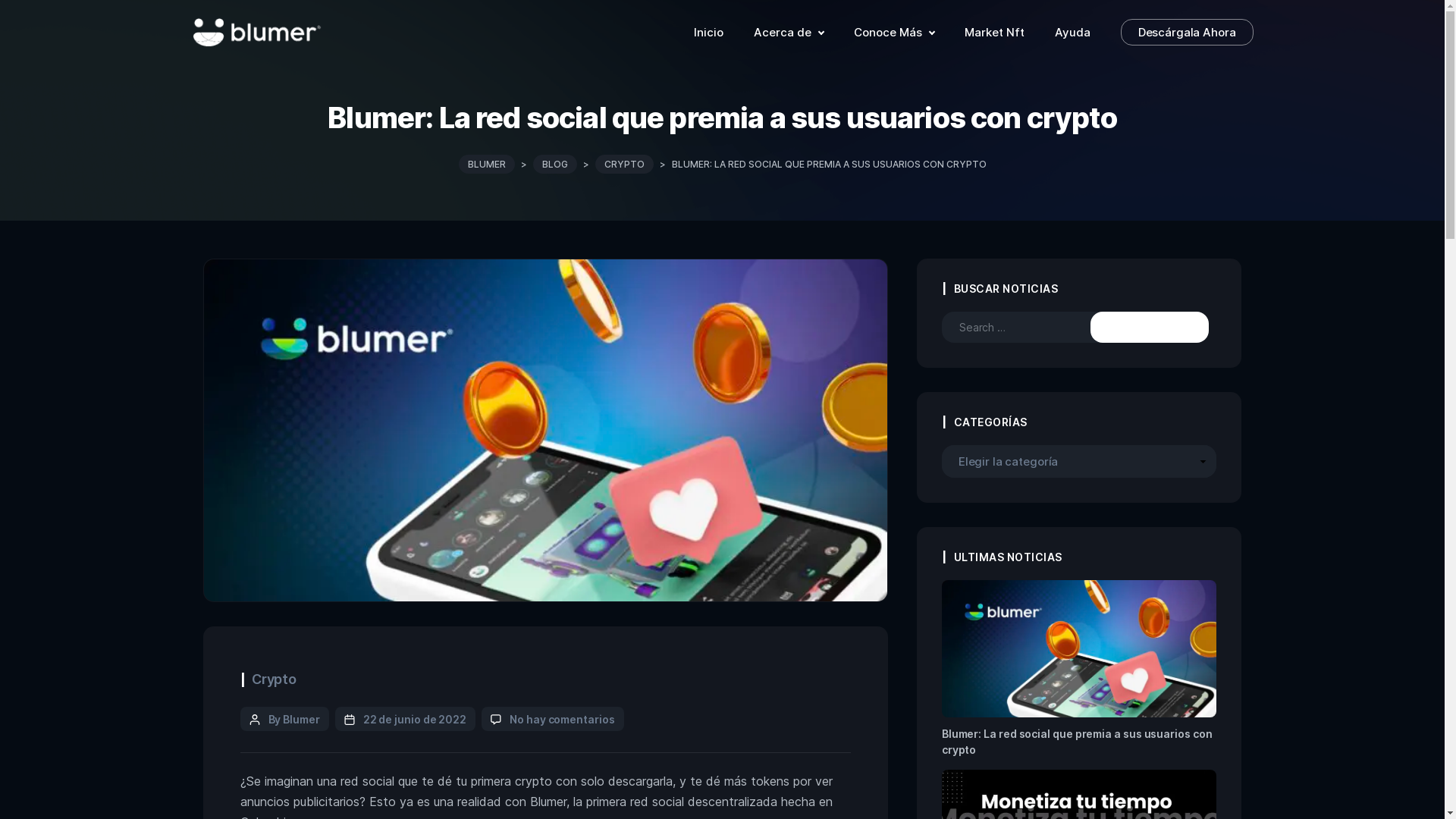  What do you see at coordinates (561, 718) in the screenshot?
I see `'No hay comentarios'` at bounding box center [561, 718].